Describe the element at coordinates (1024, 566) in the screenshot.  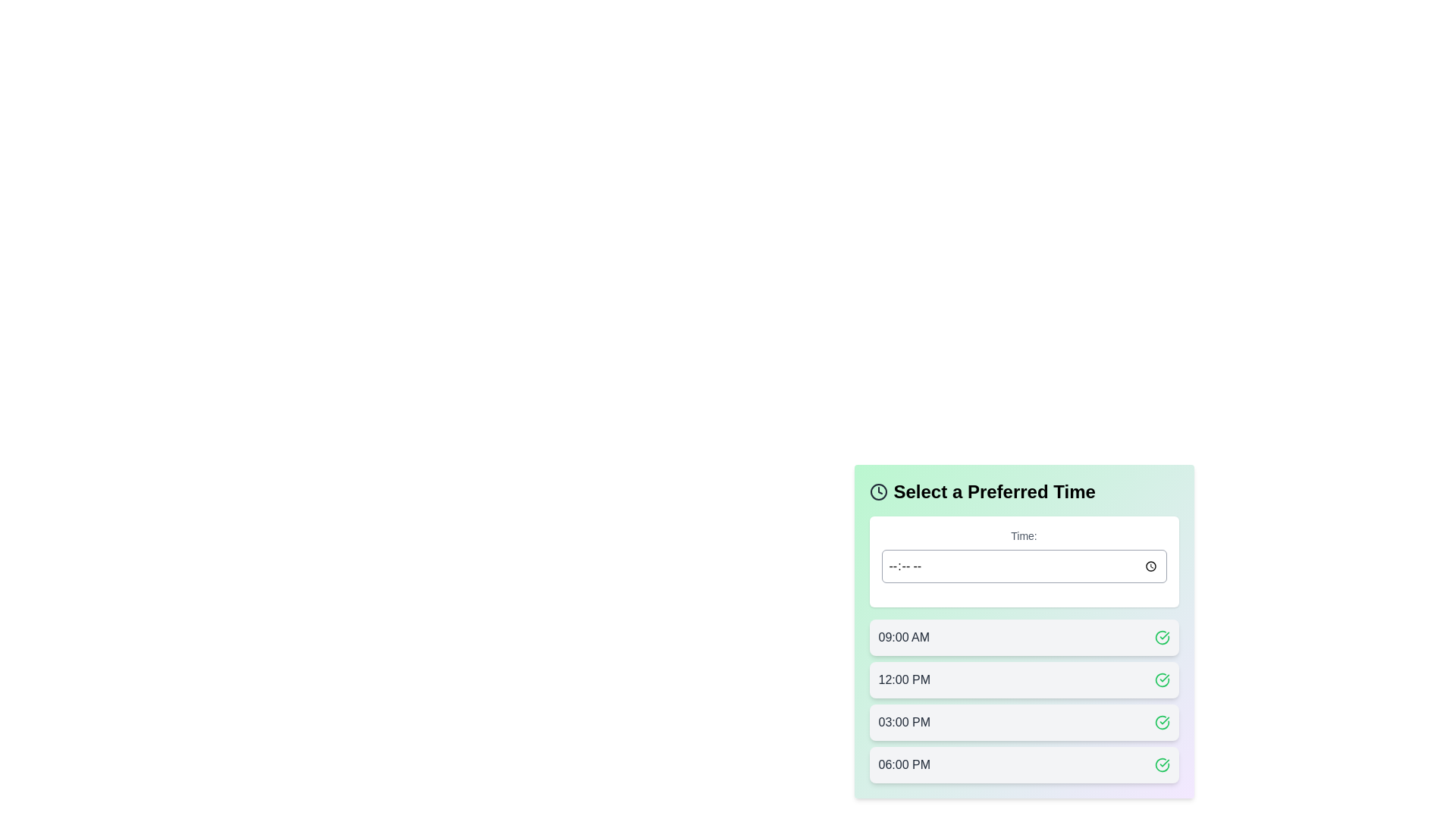
I see `the Time input field, which is a rectangular field with a clock icon on the right and a placeholder for time selection` at that location.